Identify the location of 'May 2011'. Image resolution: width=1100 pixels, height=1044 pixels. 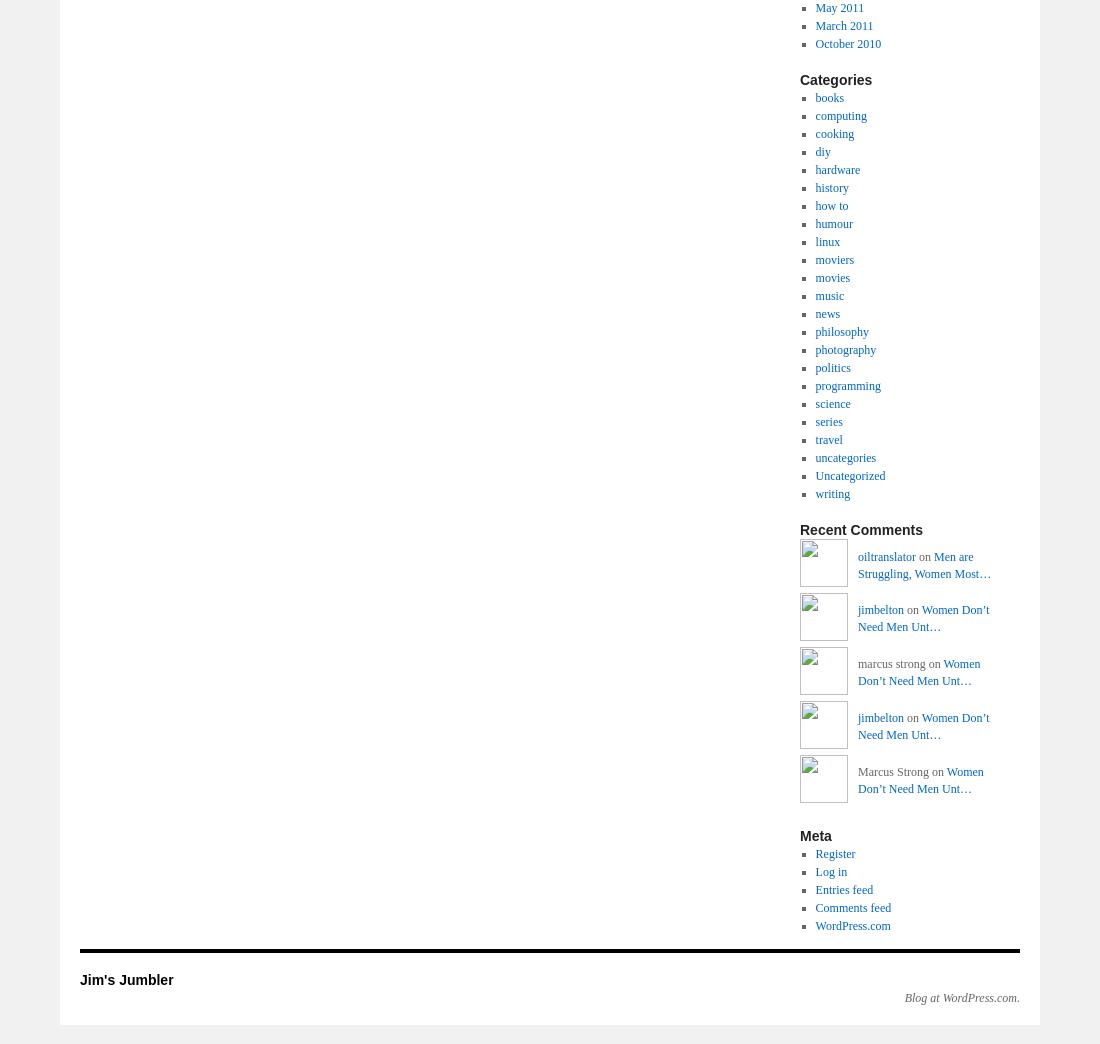
(838, 7).